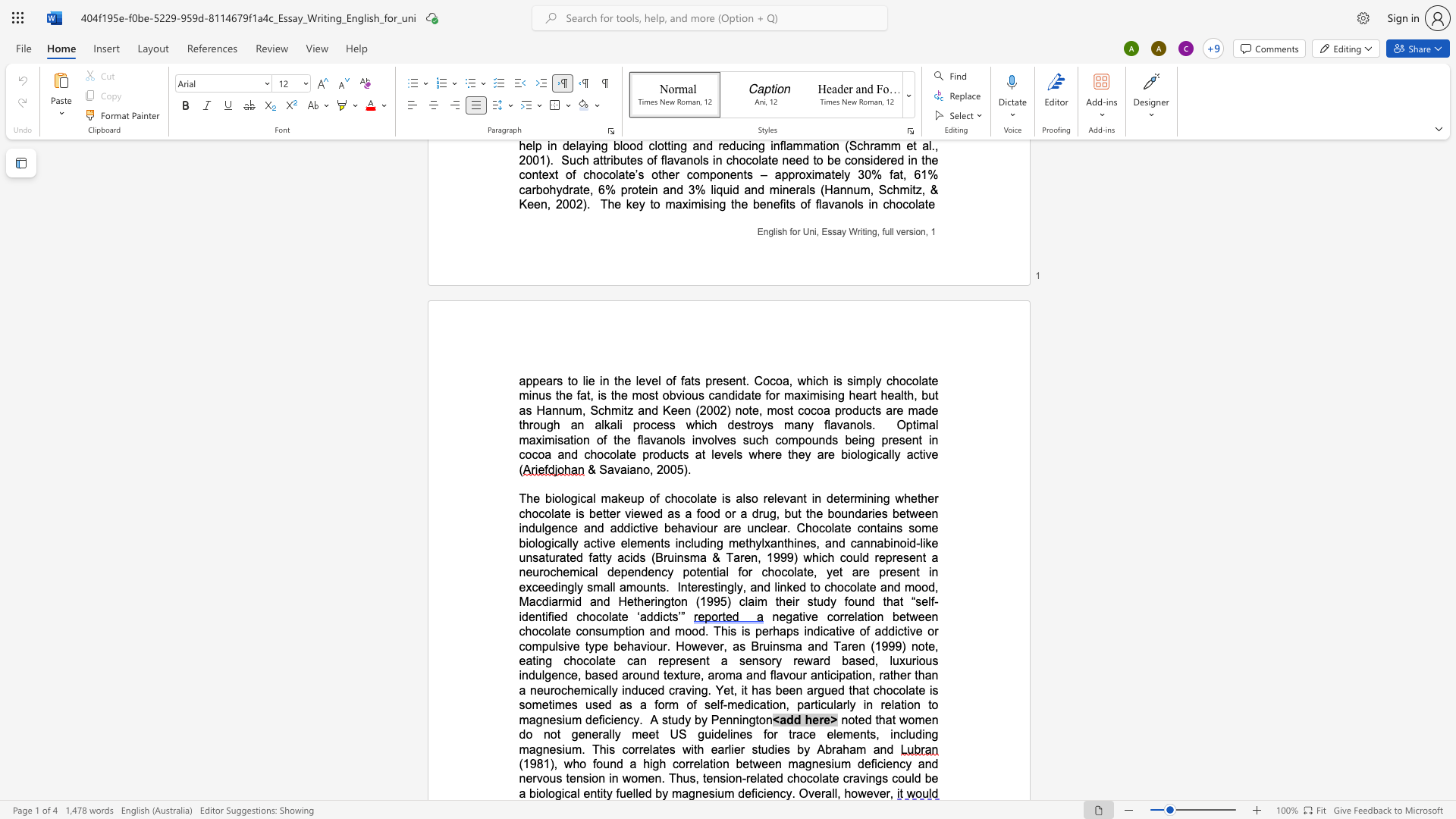 The width and height of the screenshot is (1456, 819). I want to click on the space between the continuous character "c" and "e" in the text, so click(538, 586).